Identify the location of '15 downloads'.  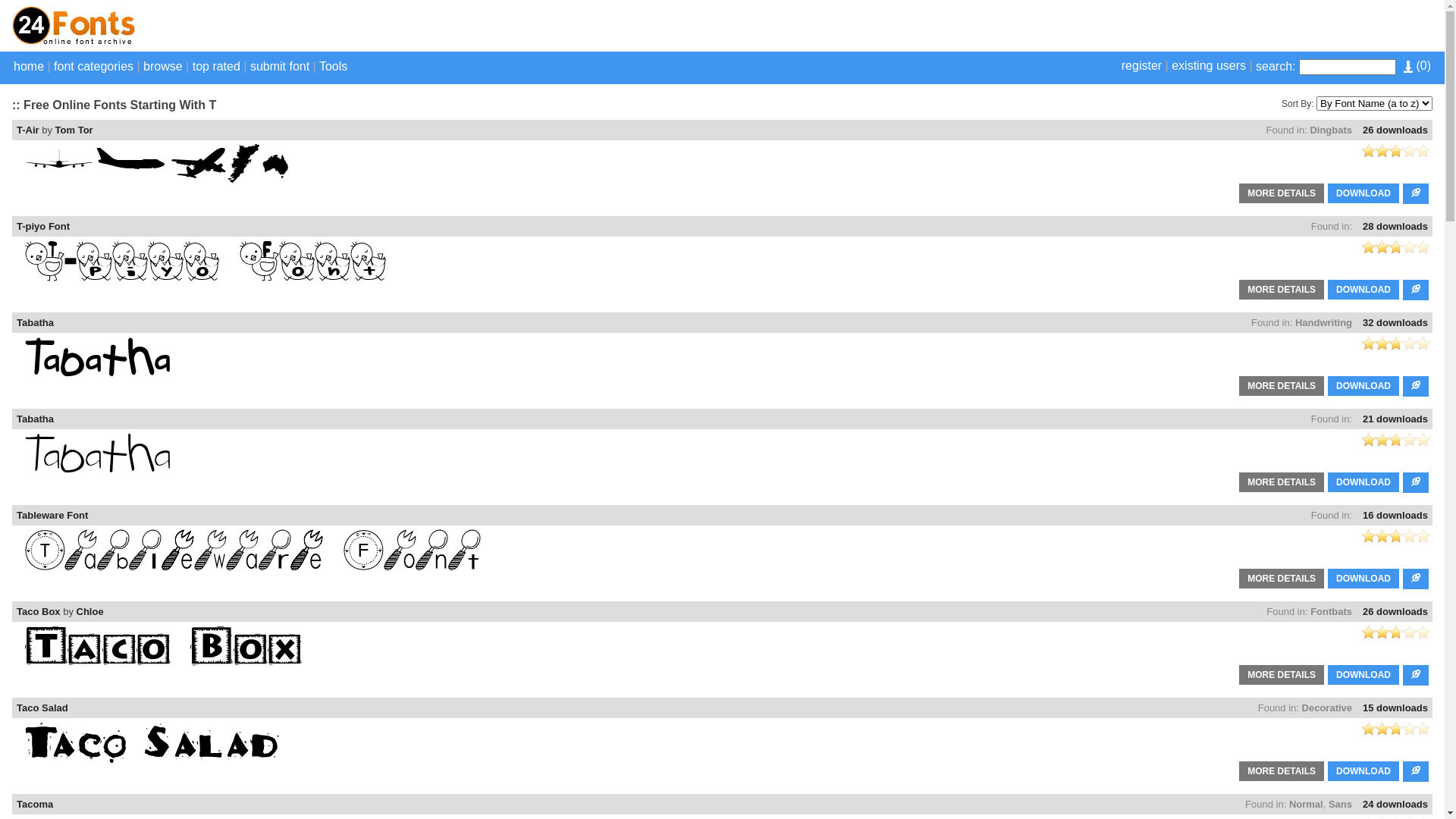
(1395, 708).